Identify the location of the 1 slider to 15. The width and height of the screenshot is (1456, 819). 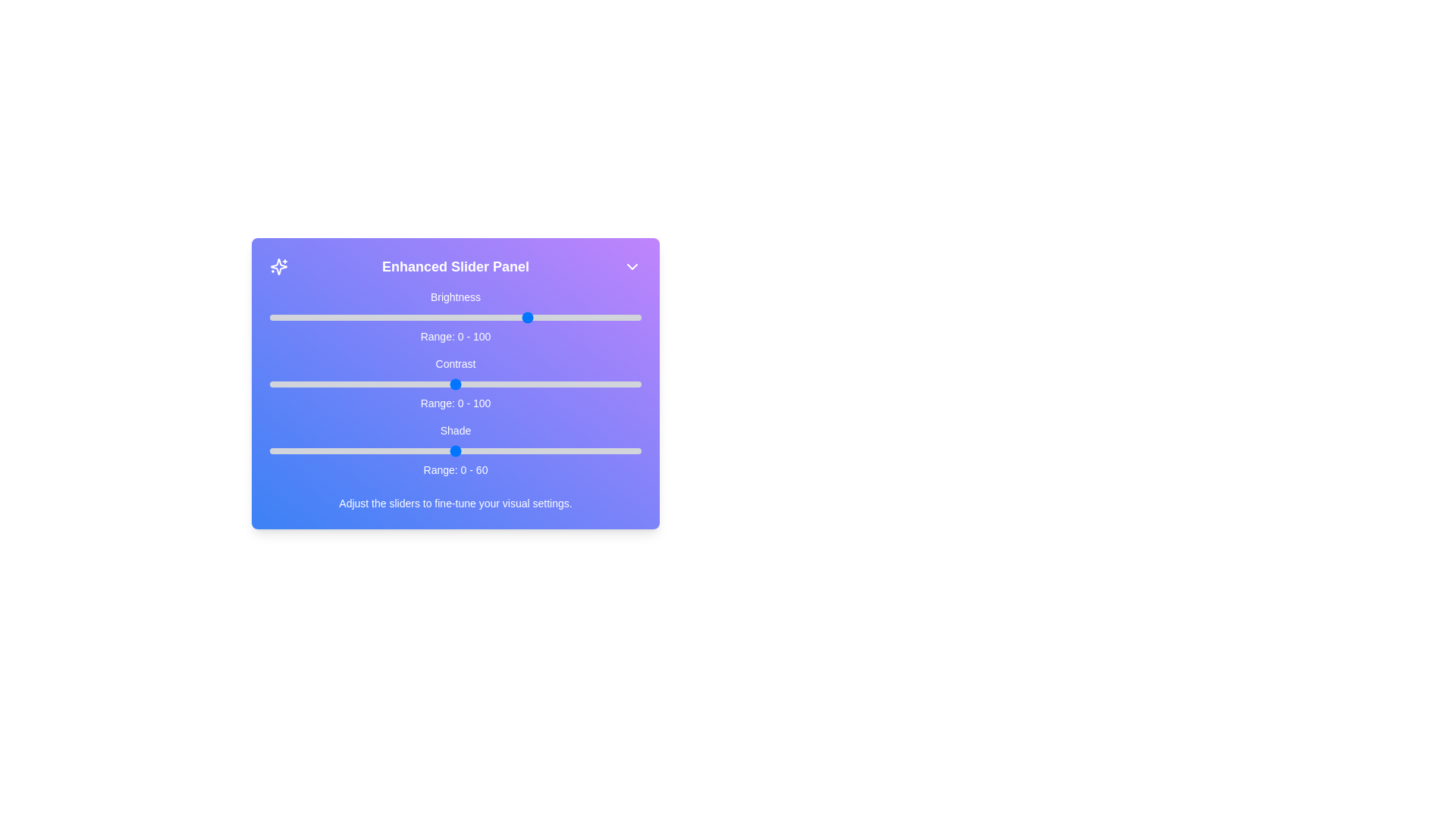
(325, 383).